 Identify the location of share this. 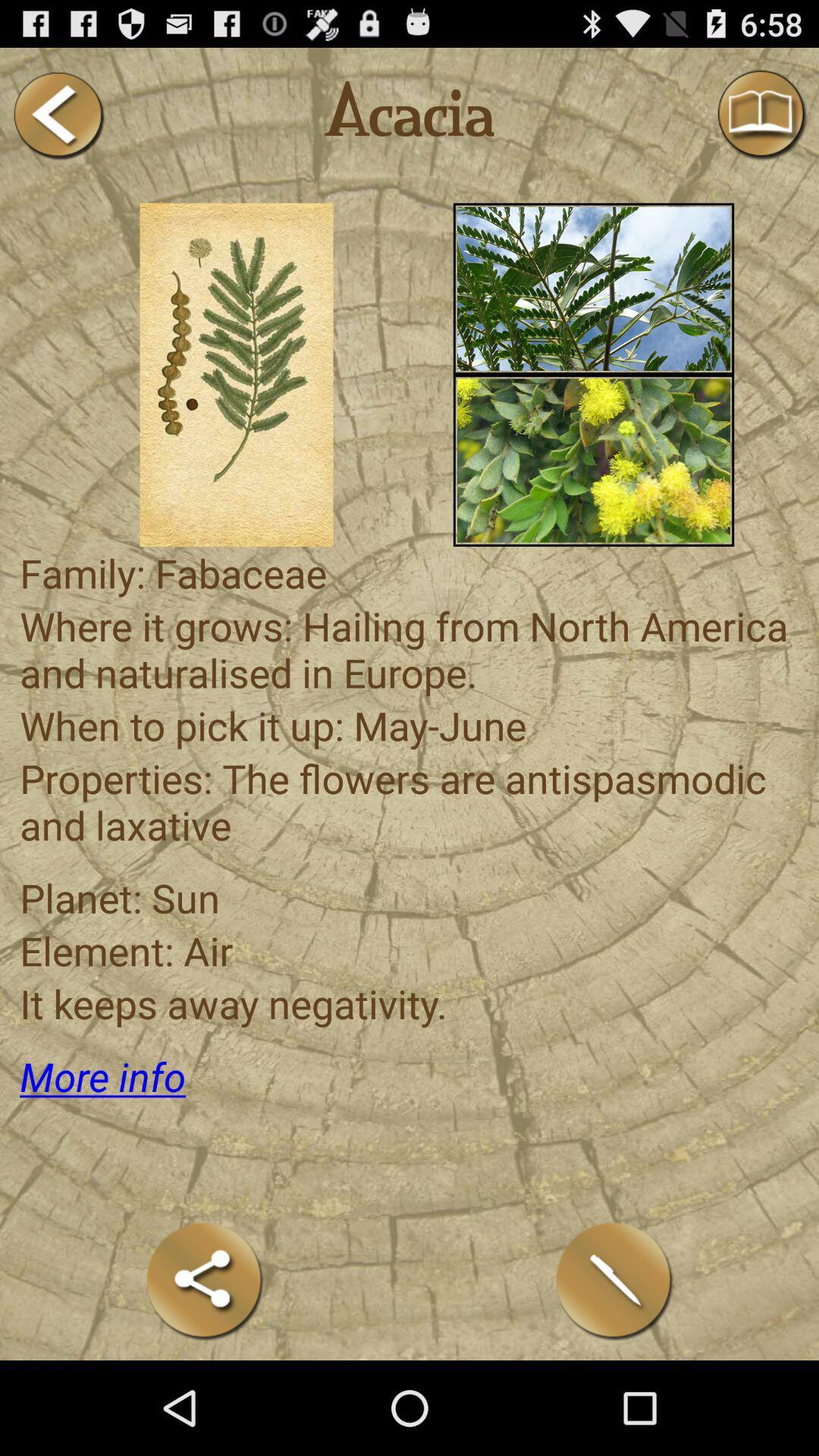
(205, 1280).